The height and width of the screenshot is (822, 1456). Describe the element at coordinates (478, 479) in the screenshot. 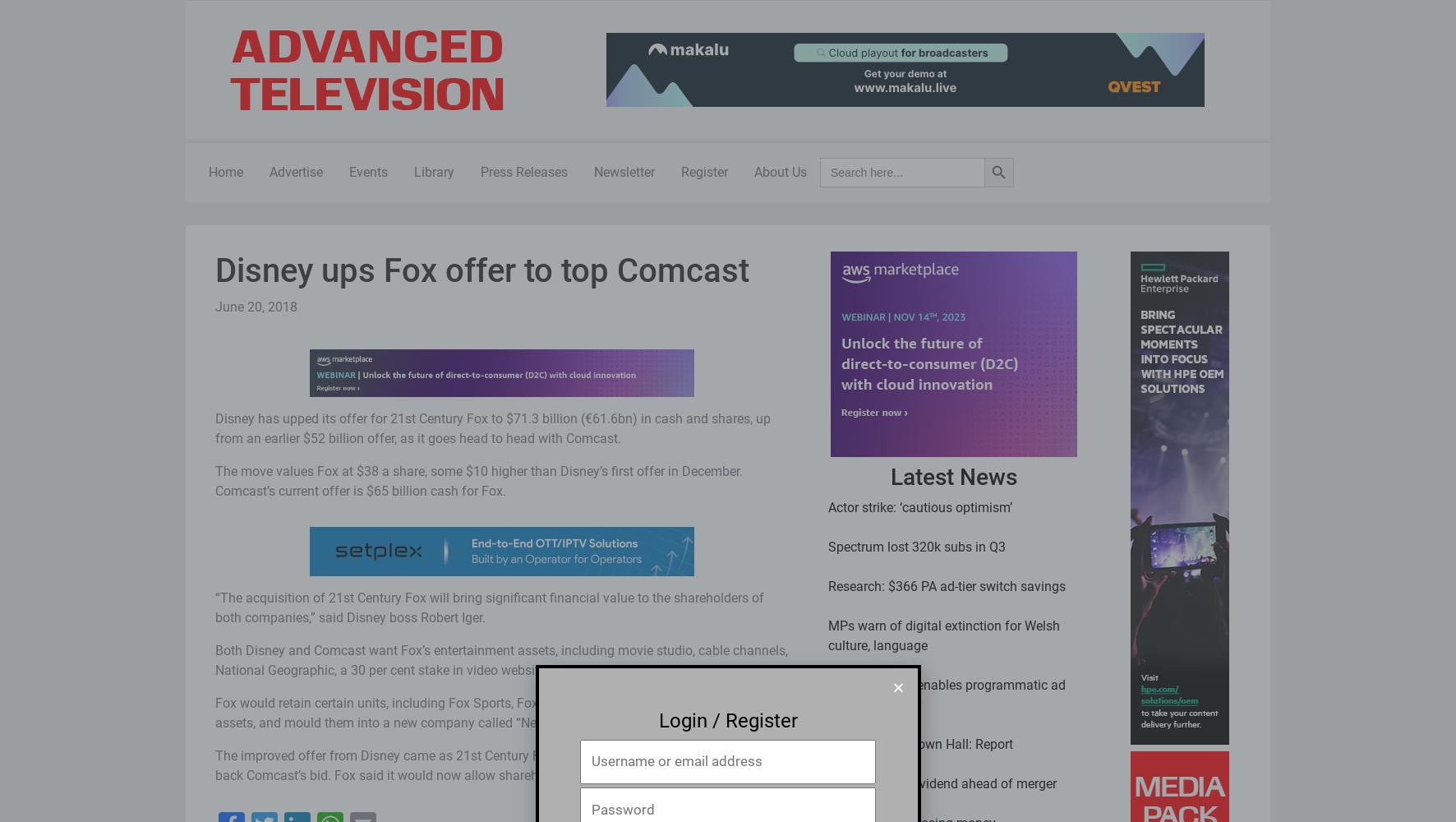

I see `'The move values Fox at $38 a share, some $10 higher than Disney’s first offer in December. Comcast’s current offer is $65 billion cash for Fox.'` at that location.